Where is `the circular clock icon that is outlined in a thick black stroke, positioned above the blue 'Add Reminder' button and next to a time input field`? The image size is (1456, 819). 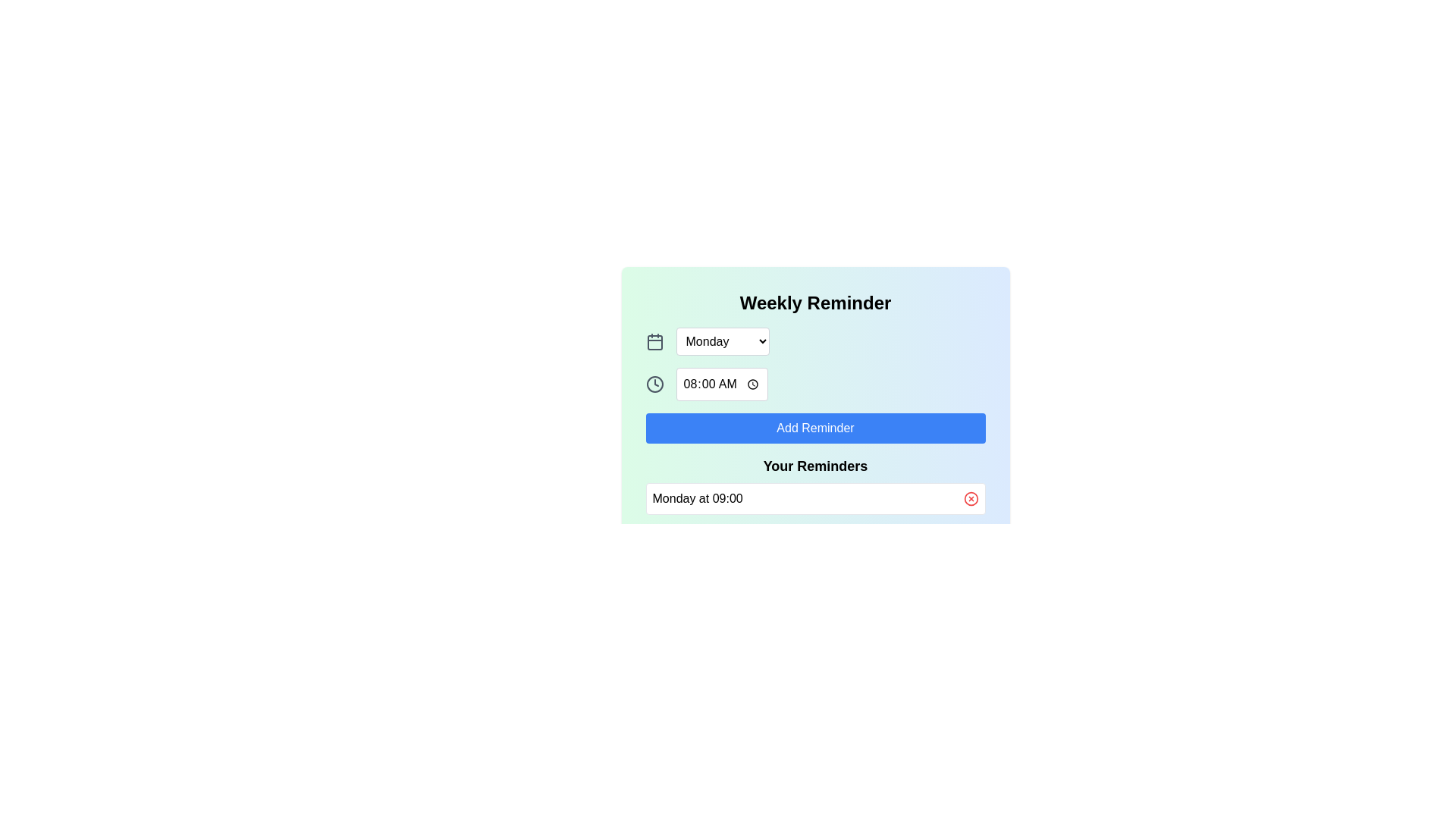 the circular clock icon that is outlined in a thick black stroke, positioned above the blue 'Add Reminder' button and next to a time input field is located at coordinates (654, 383).